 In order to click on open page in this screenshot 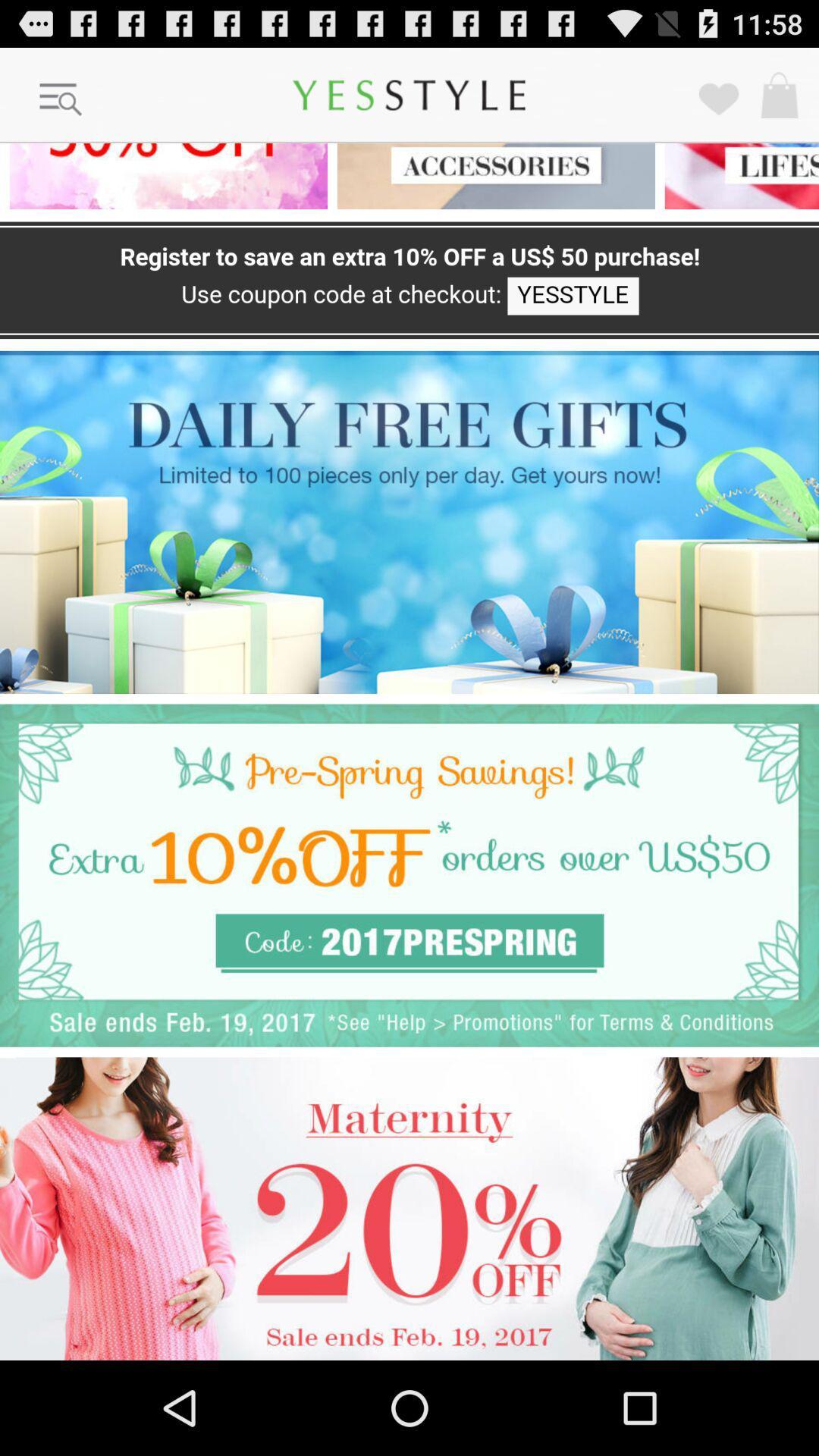, I will do `click(164, 176)`.